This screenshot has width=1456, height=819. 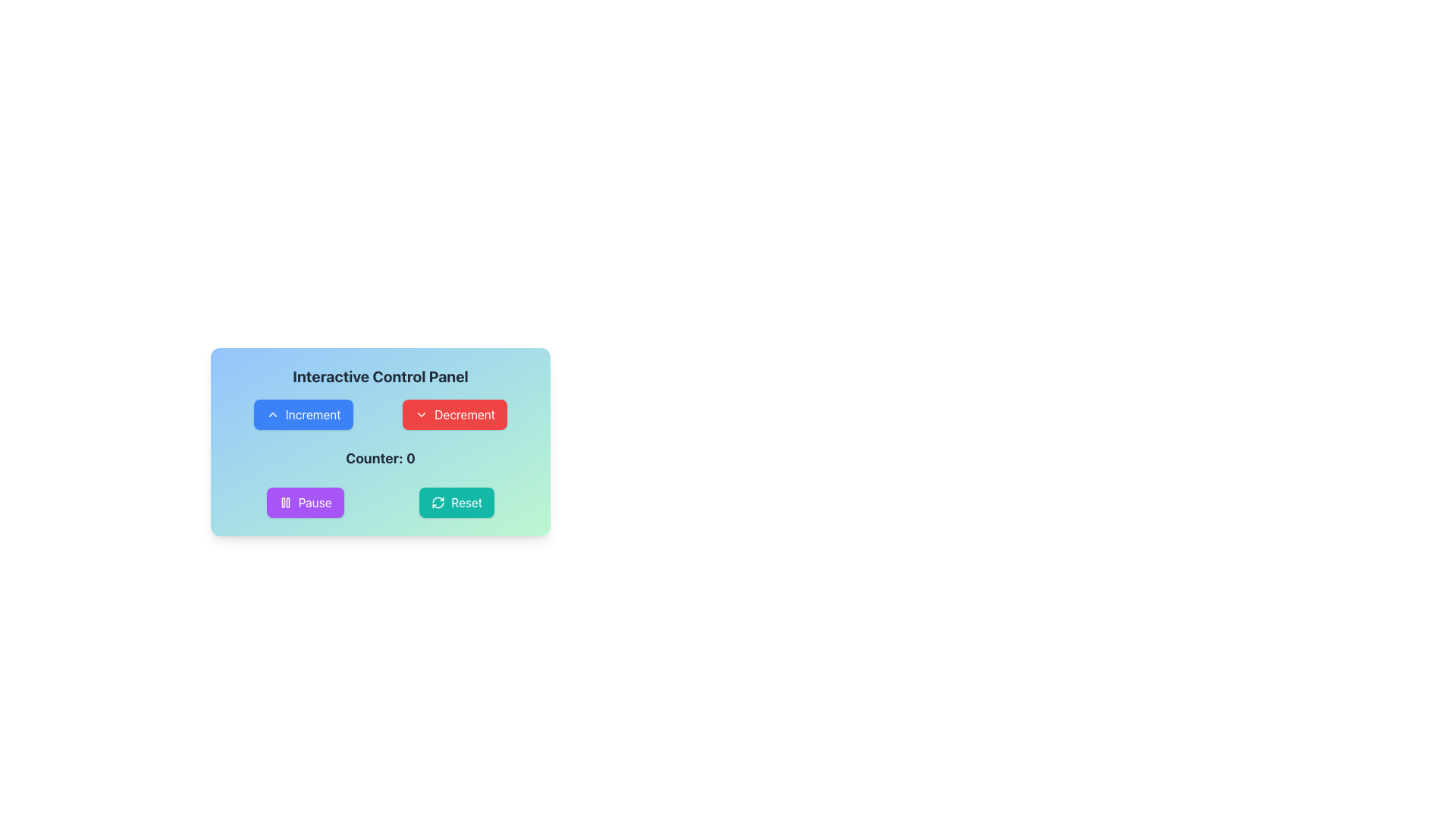 I want to click on the pause button located to the left of the 'Reset' button, so click(x=304, y=503).